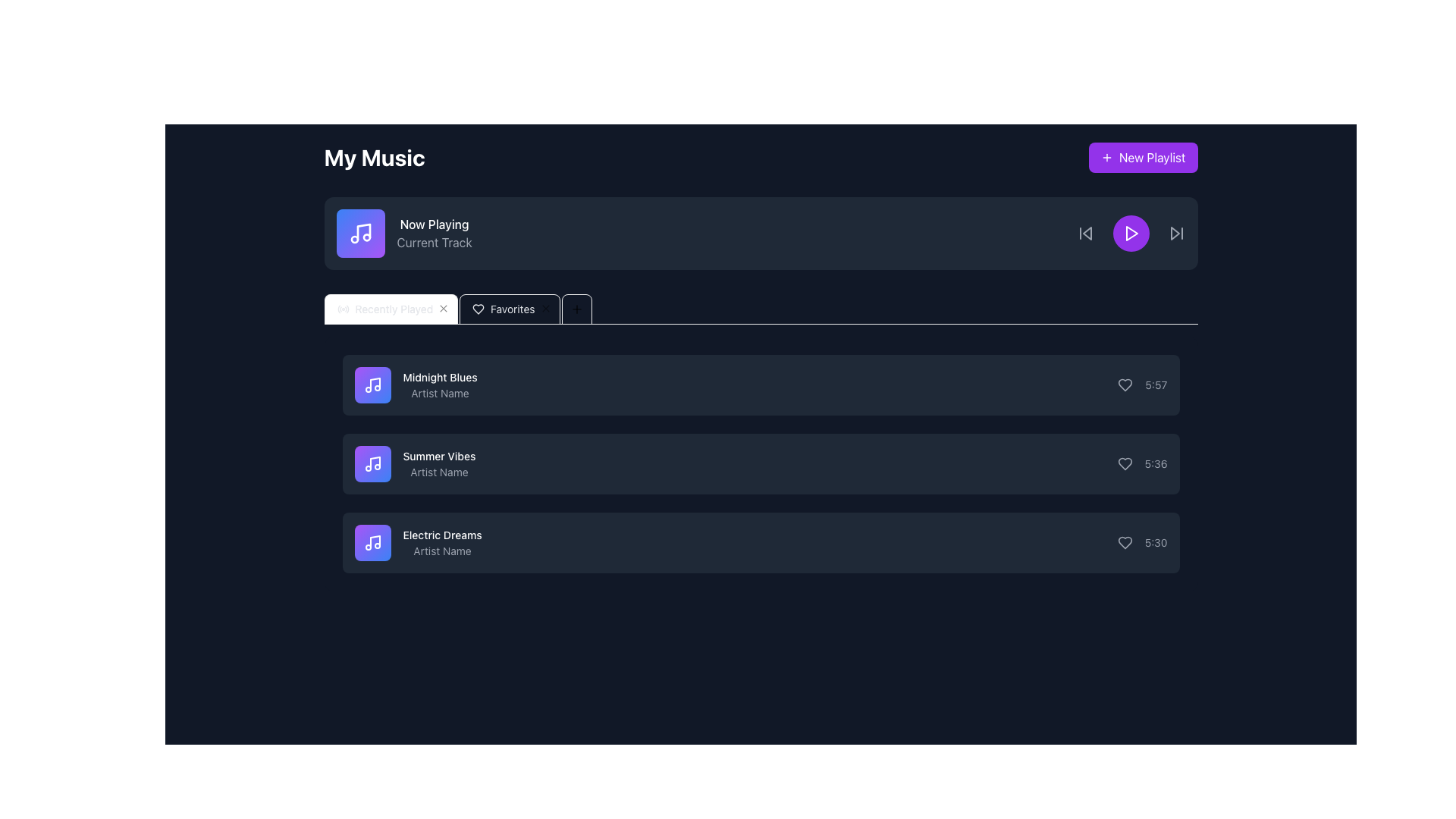  What do you see at coordinates (372, 542) in the screenshot?
I see `the Thumbnail button representing the music track 'Electric Dreams'` at bounding box center [372, 542].